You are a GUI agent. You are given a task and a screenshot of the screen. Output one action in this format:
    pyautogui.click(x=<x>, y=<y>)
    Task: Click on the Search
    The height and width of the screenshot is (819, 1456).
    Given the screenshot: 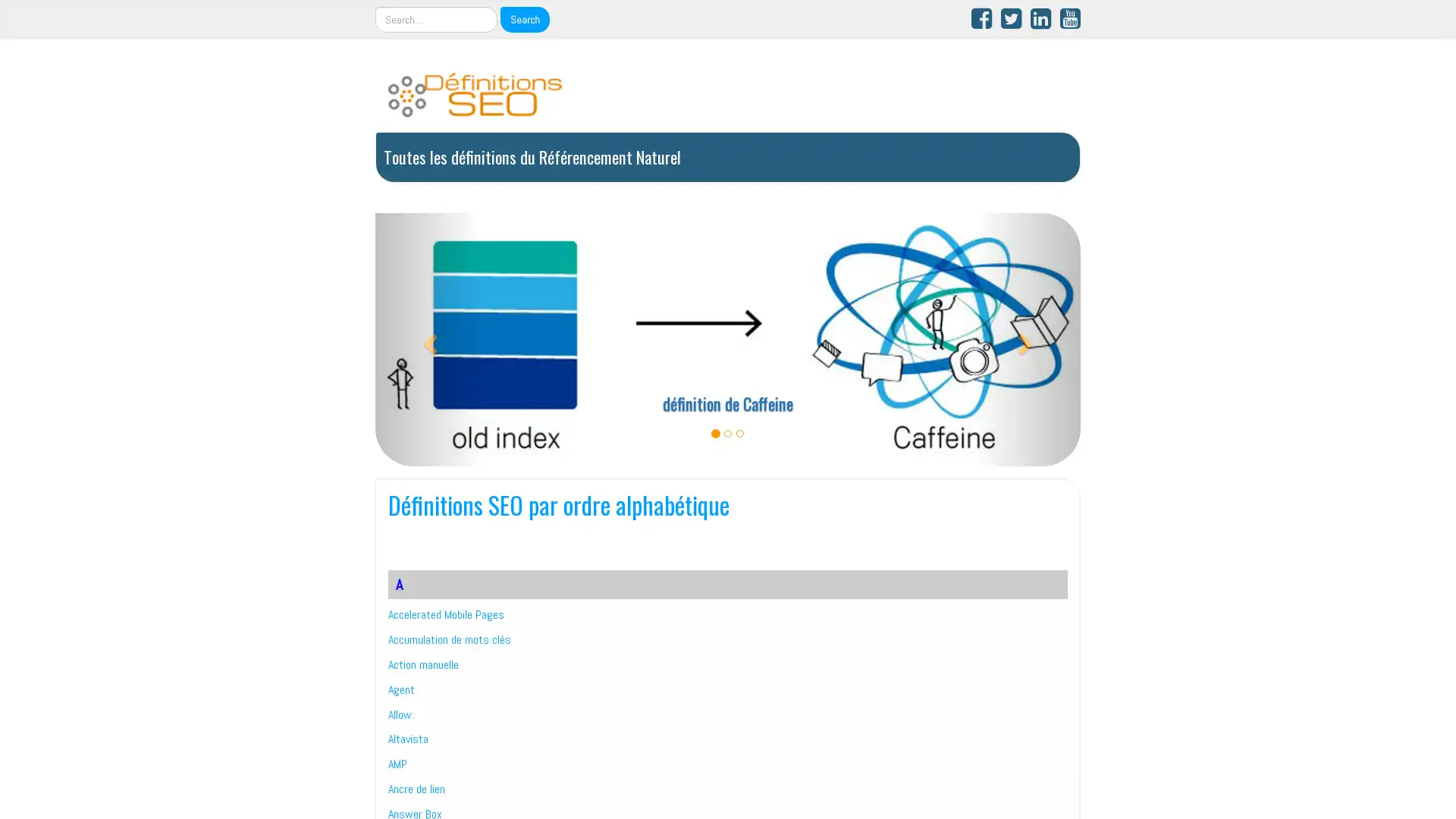 What is the action you would take?
    pyautogui.click(x=525, y=20)
    